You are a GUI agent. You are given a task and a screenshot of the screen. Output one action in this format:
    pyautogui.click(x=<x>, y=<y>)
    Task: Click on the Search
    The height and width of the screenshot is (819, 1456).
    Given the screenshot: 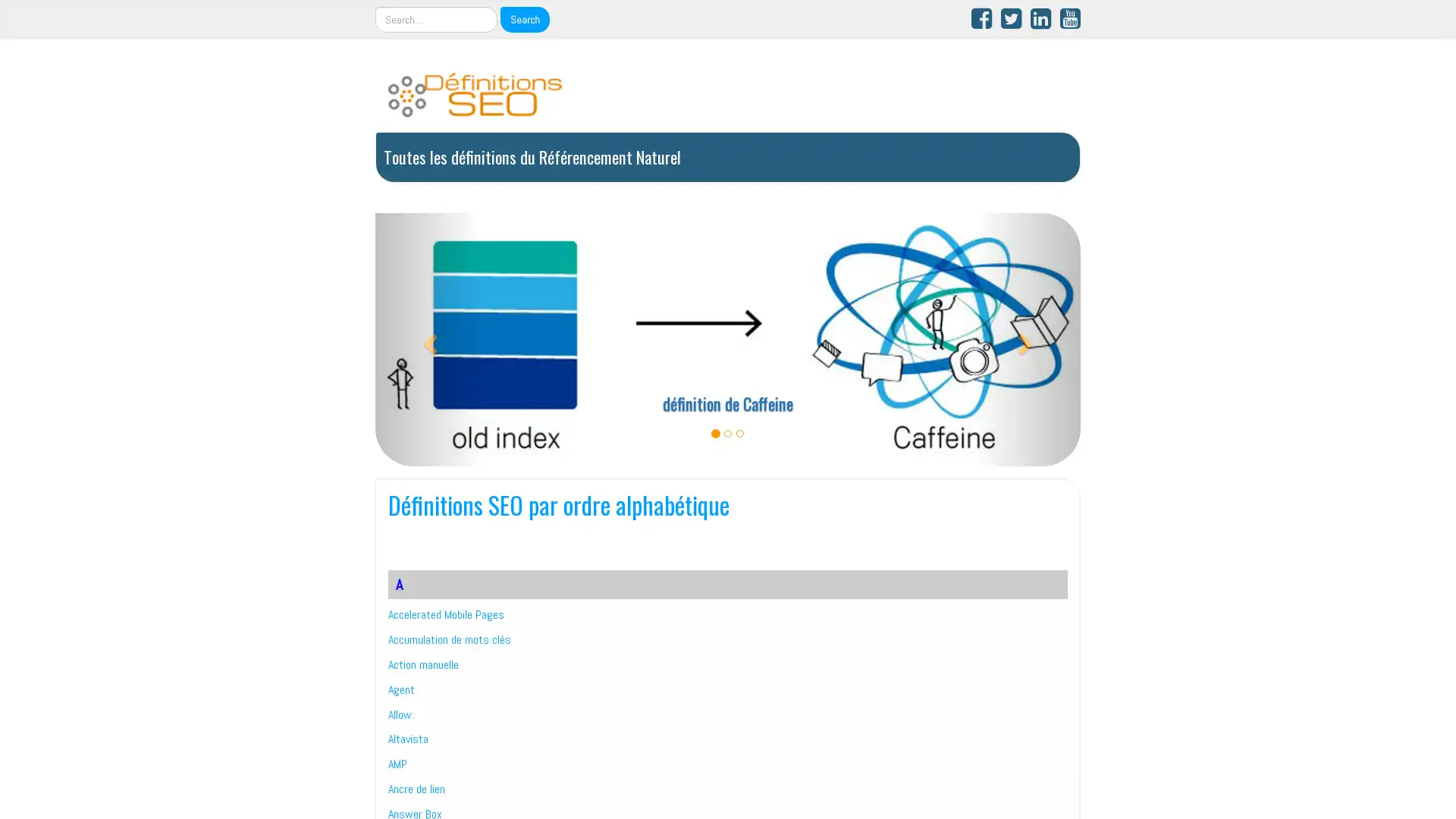 What is the action you would take?
    pyautogui.click(x=525, y=20)
    